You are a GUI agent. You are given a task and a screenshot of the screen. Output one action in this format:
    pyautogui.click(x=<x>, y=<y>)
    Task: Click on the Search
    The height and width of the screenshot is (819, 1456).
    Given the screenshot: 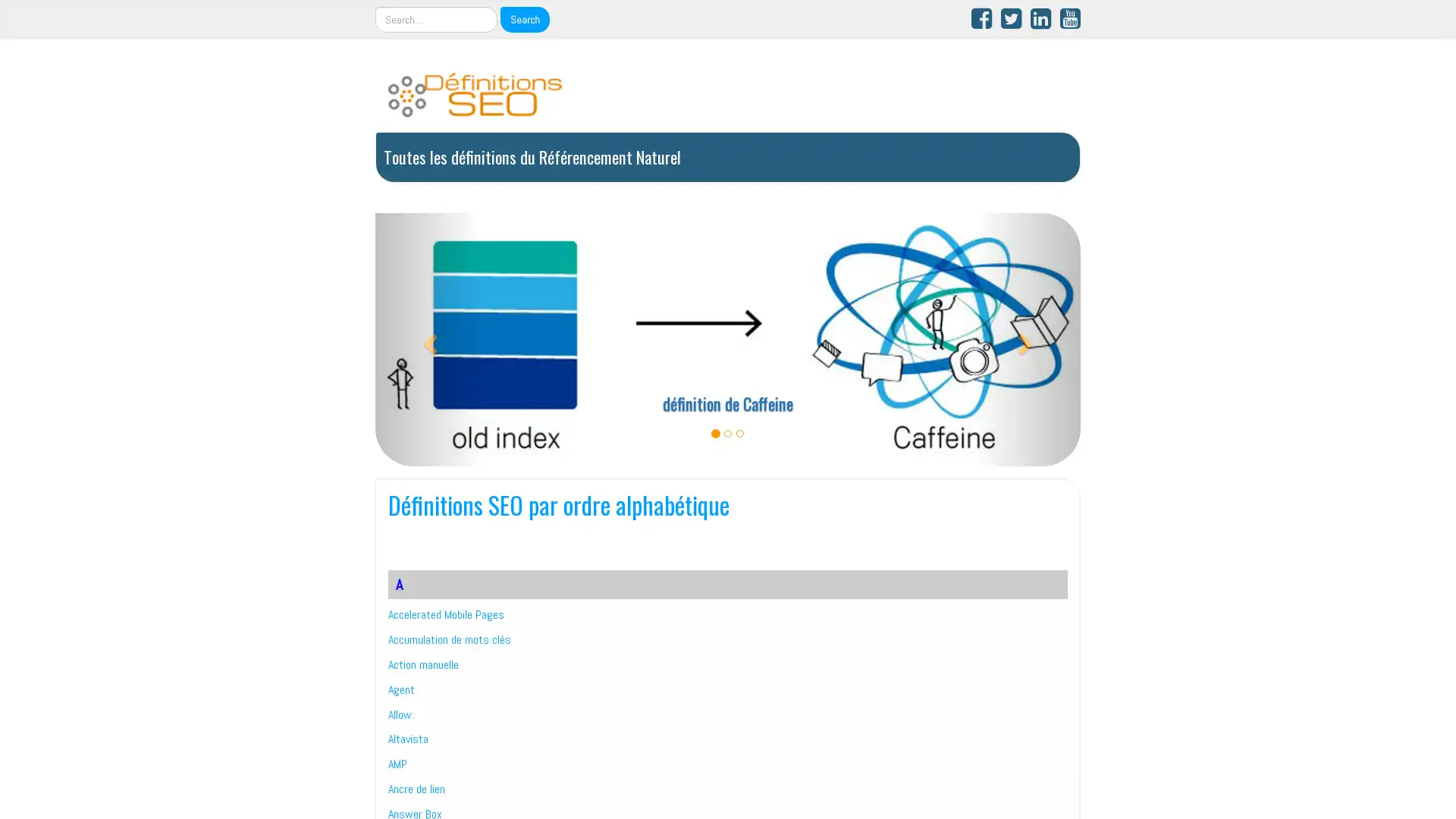 What is the action you would take?
    pyautogui.click(x=525, y=20)
    